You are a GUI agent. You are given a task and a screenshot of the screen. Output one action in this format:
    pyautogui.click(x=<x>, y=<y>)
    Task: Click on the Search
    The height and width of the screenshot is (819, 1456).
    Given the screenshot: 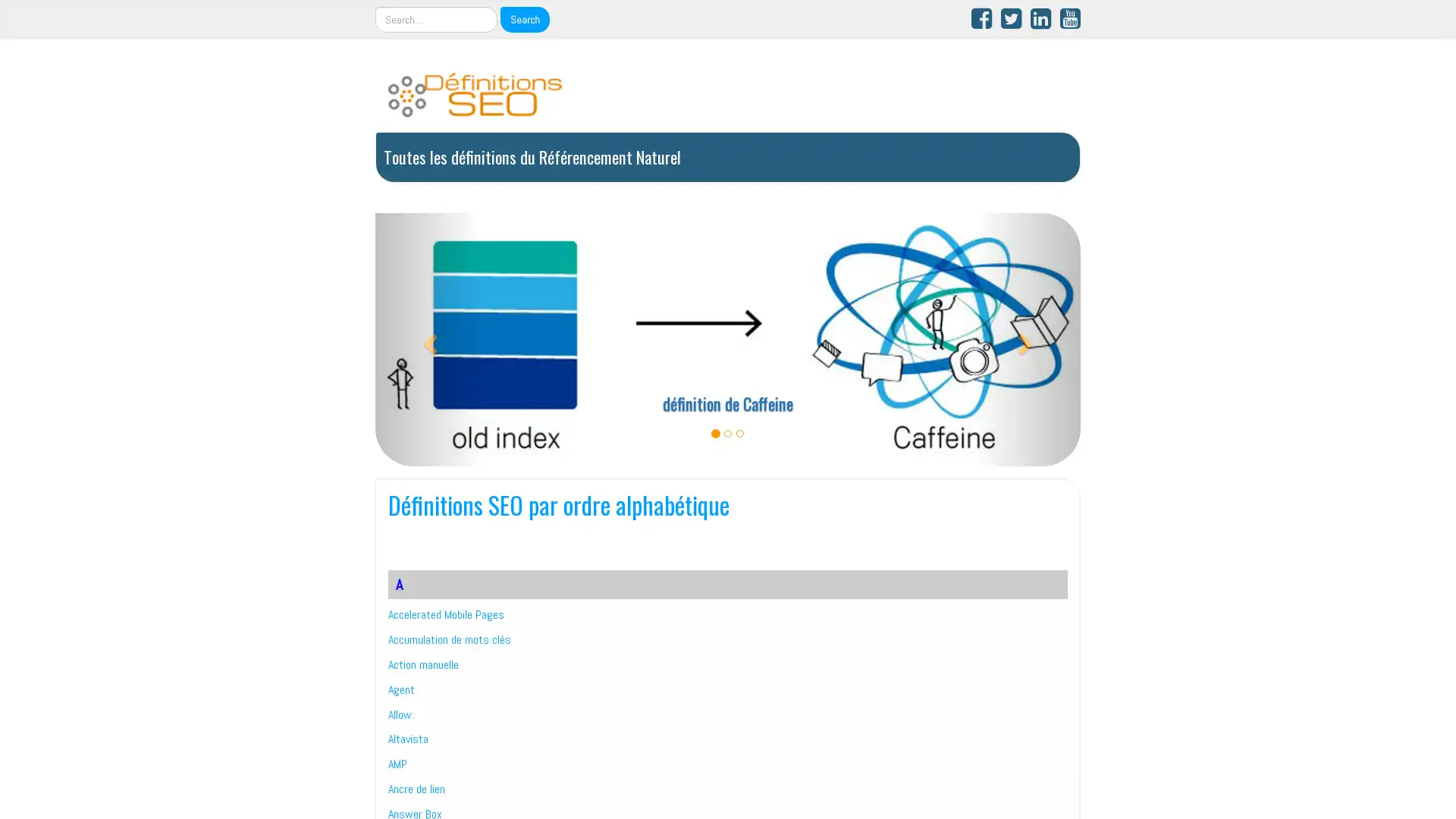 What is the action you would take?
    pyautogui.click(x=525, y=20)
    